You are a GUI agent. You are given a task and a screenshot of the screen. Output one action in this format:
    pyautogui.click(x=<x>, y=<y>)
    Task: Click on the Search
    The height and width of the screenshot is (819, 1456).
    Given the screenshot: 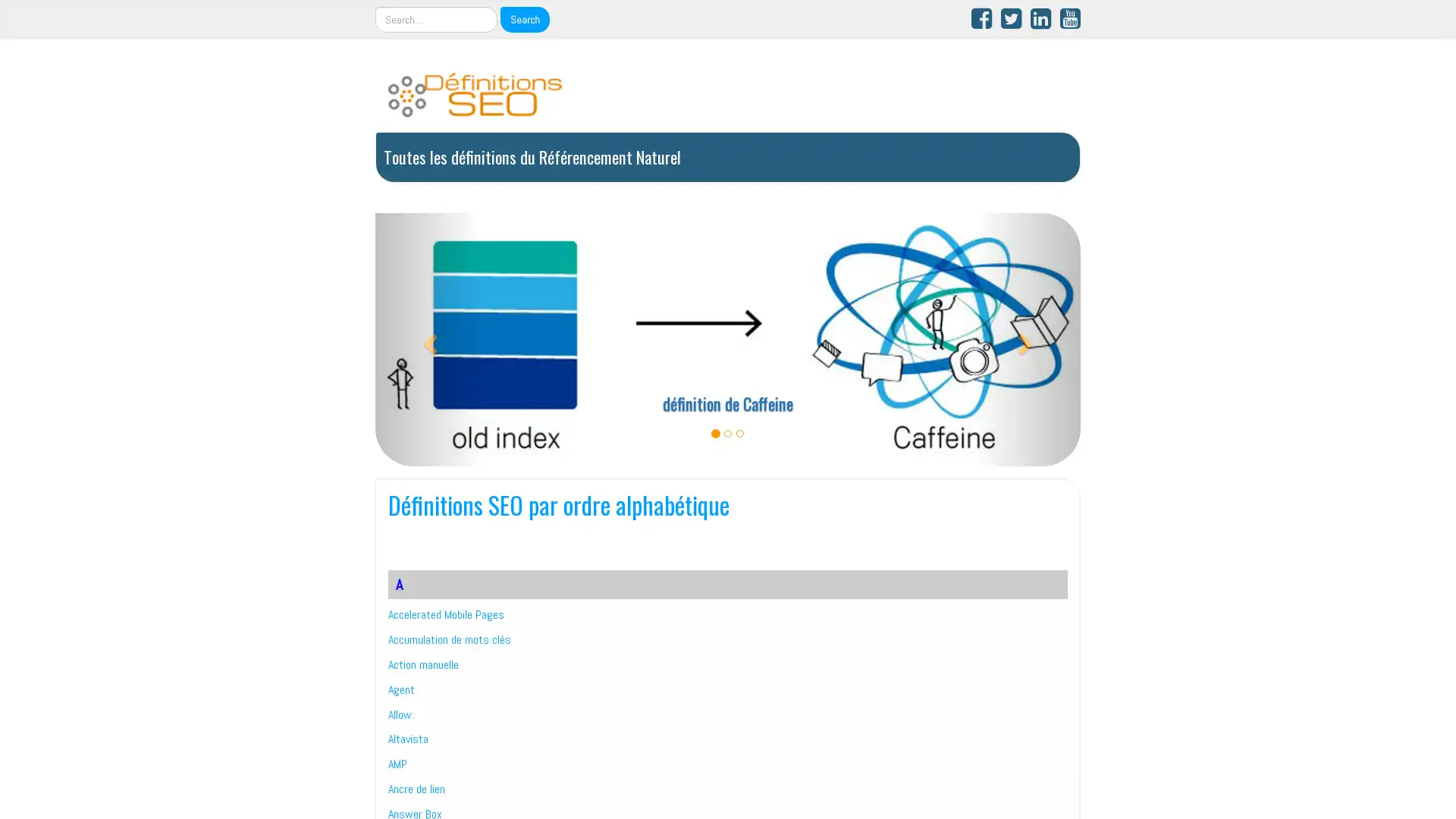 What is the action you would take?
    pyautogui.click(x=525, y=20)
    